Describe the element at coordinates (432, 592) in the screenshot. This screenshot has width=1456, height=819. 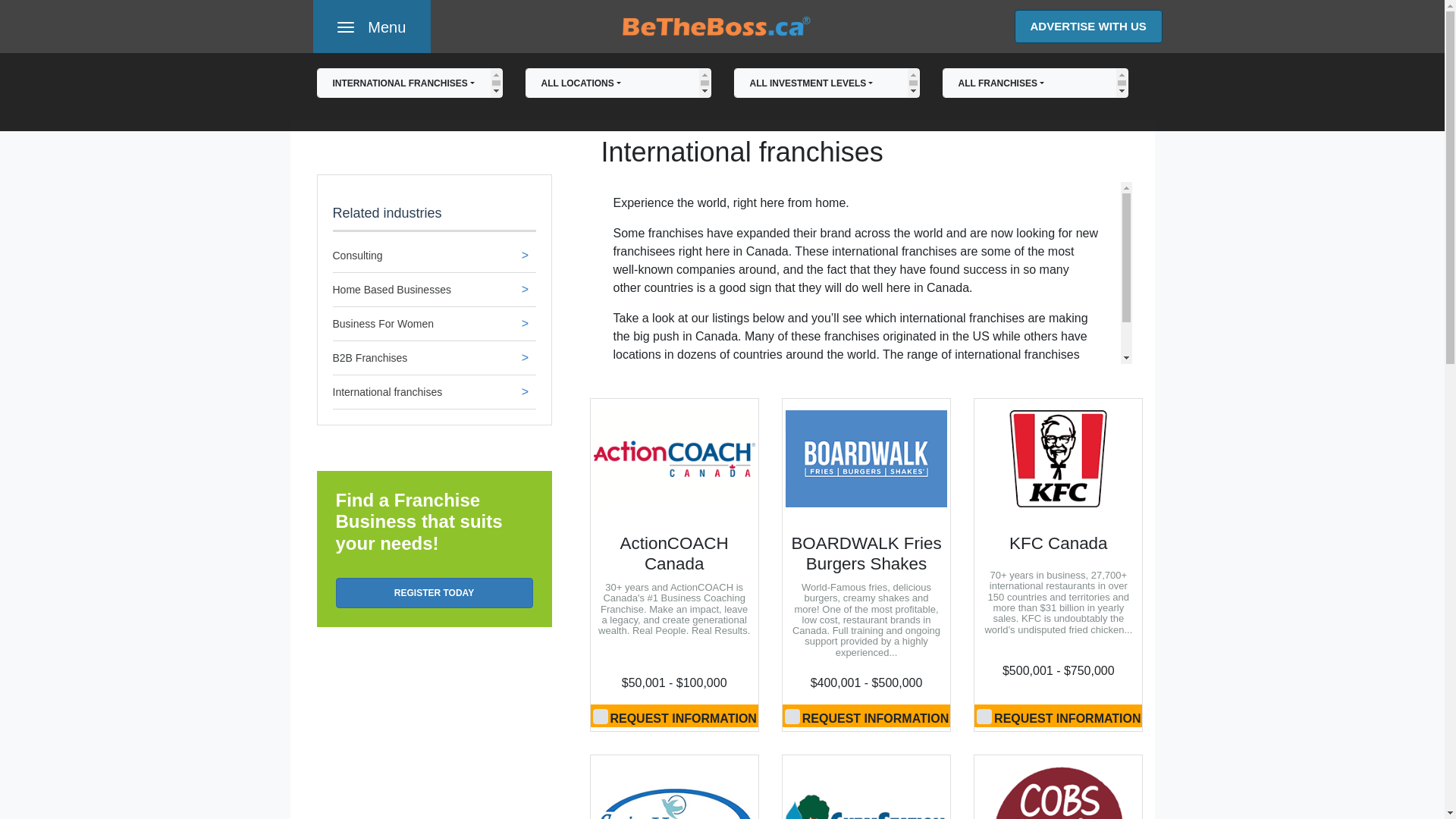
I see `'REGISTER TODAY'` at that location.